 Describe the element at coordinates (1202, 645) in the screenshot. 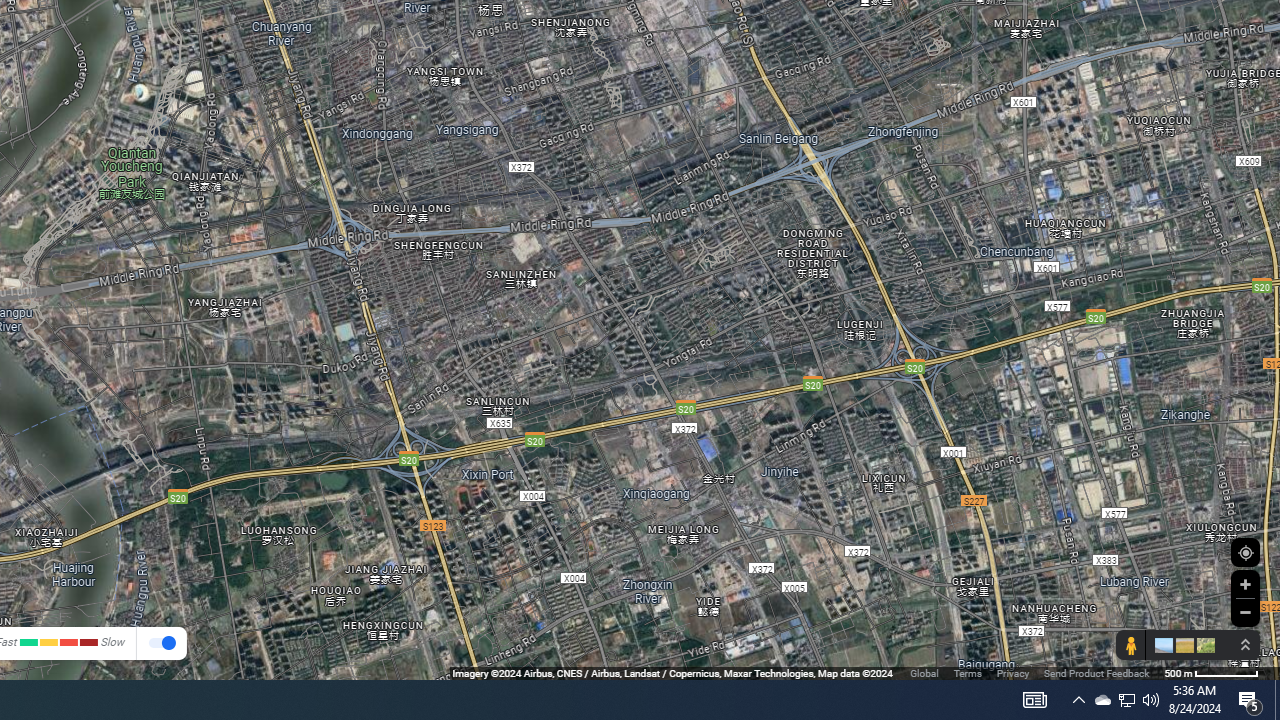

I see `'Show imagery'` at that location.